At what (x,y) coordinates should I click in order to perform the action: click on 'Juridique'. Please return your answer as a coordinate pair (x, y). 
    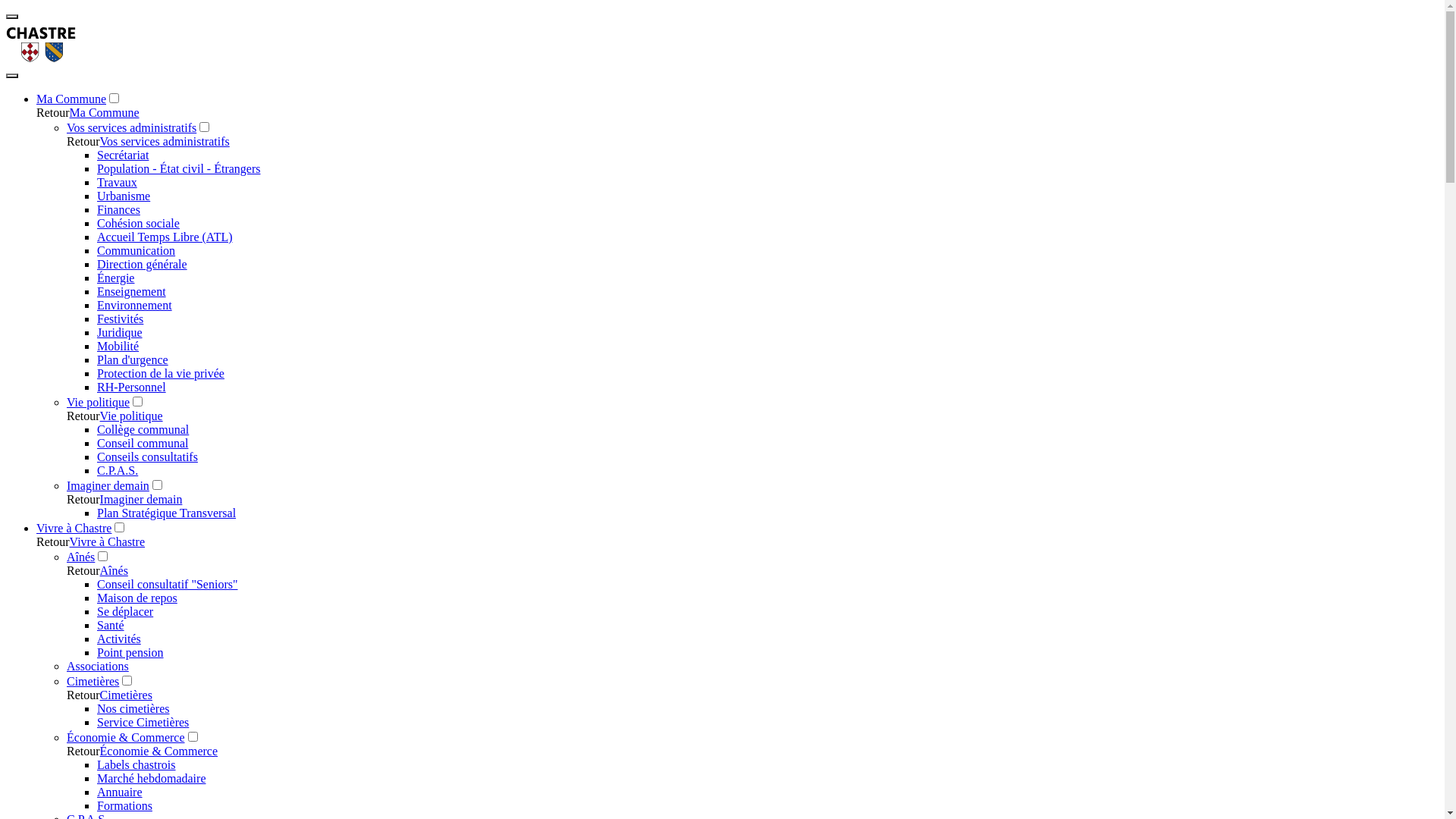
    Looking at the image, I should click on (119, 331).